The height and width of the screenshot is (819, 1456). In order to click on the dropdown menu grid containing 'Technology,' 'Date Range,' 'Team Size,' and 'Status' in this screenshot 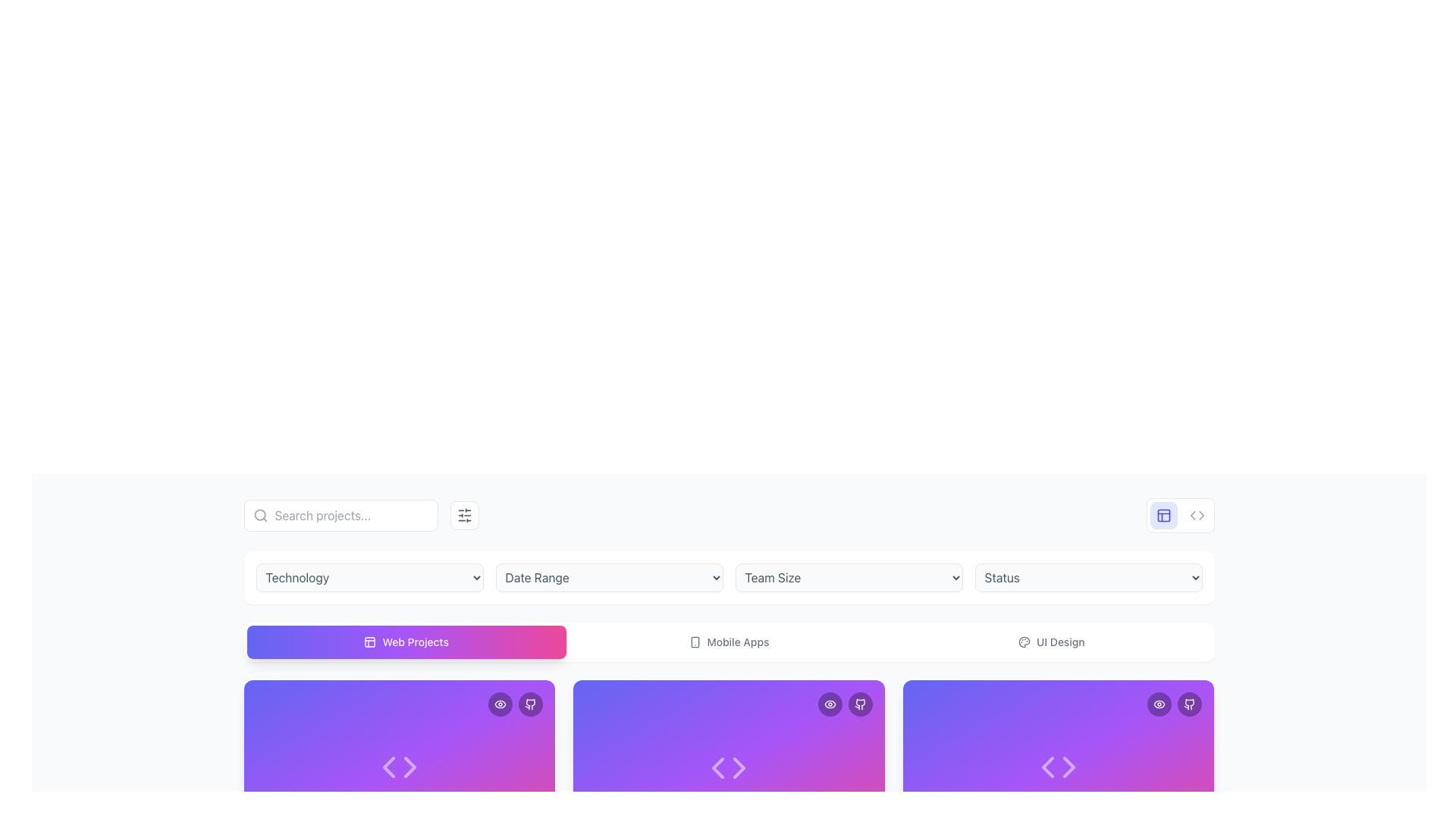, I will do `click(729, 578)`.